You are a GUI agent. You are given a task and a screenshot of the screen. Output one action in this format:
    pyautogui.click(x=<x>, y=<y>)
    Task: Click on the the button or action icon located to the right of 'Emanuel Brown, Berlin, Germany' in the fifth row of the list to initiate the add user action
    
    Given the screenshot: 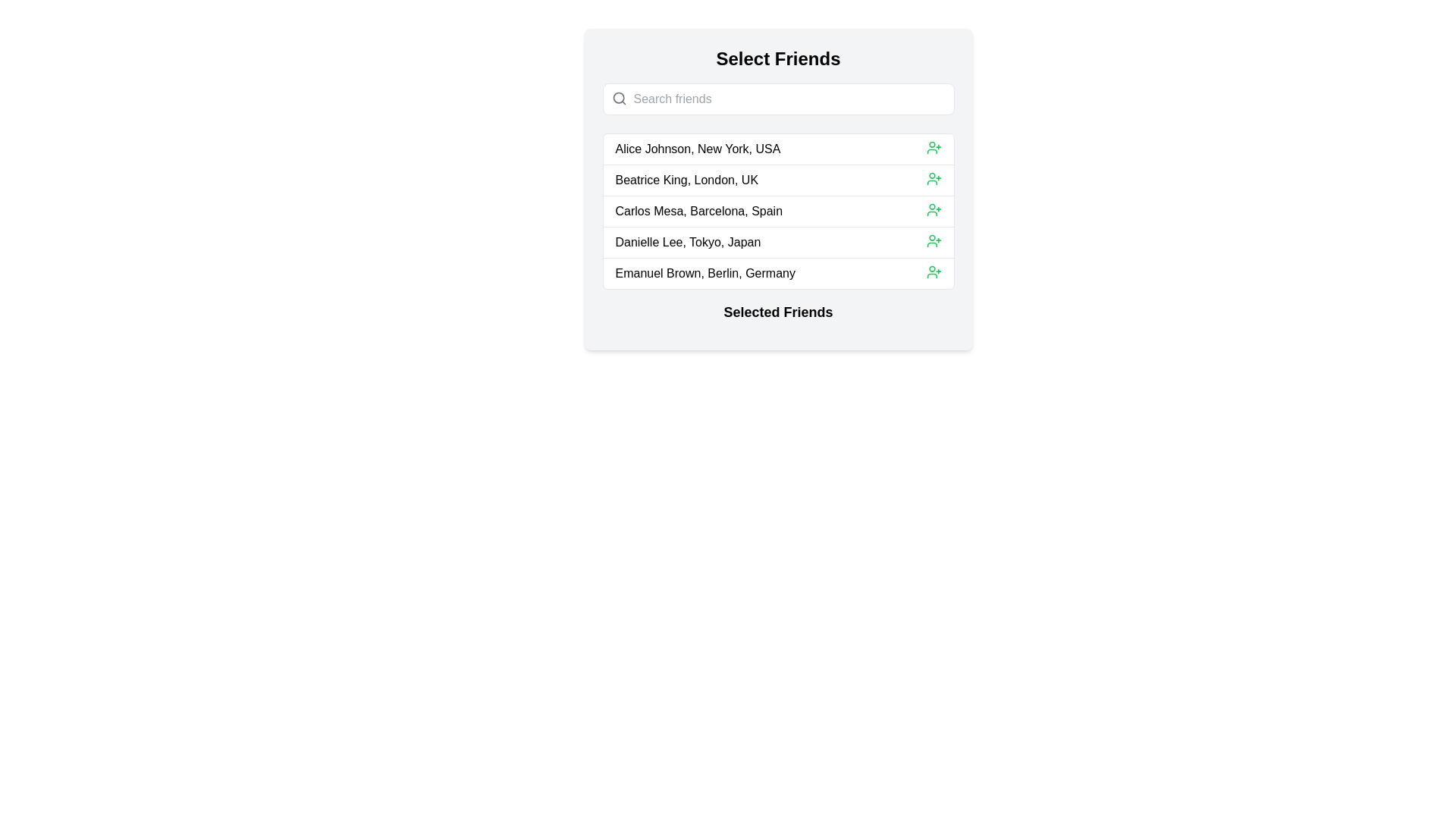 What is the action you would take?
    pyautogui.click(x=933, y=271)
    